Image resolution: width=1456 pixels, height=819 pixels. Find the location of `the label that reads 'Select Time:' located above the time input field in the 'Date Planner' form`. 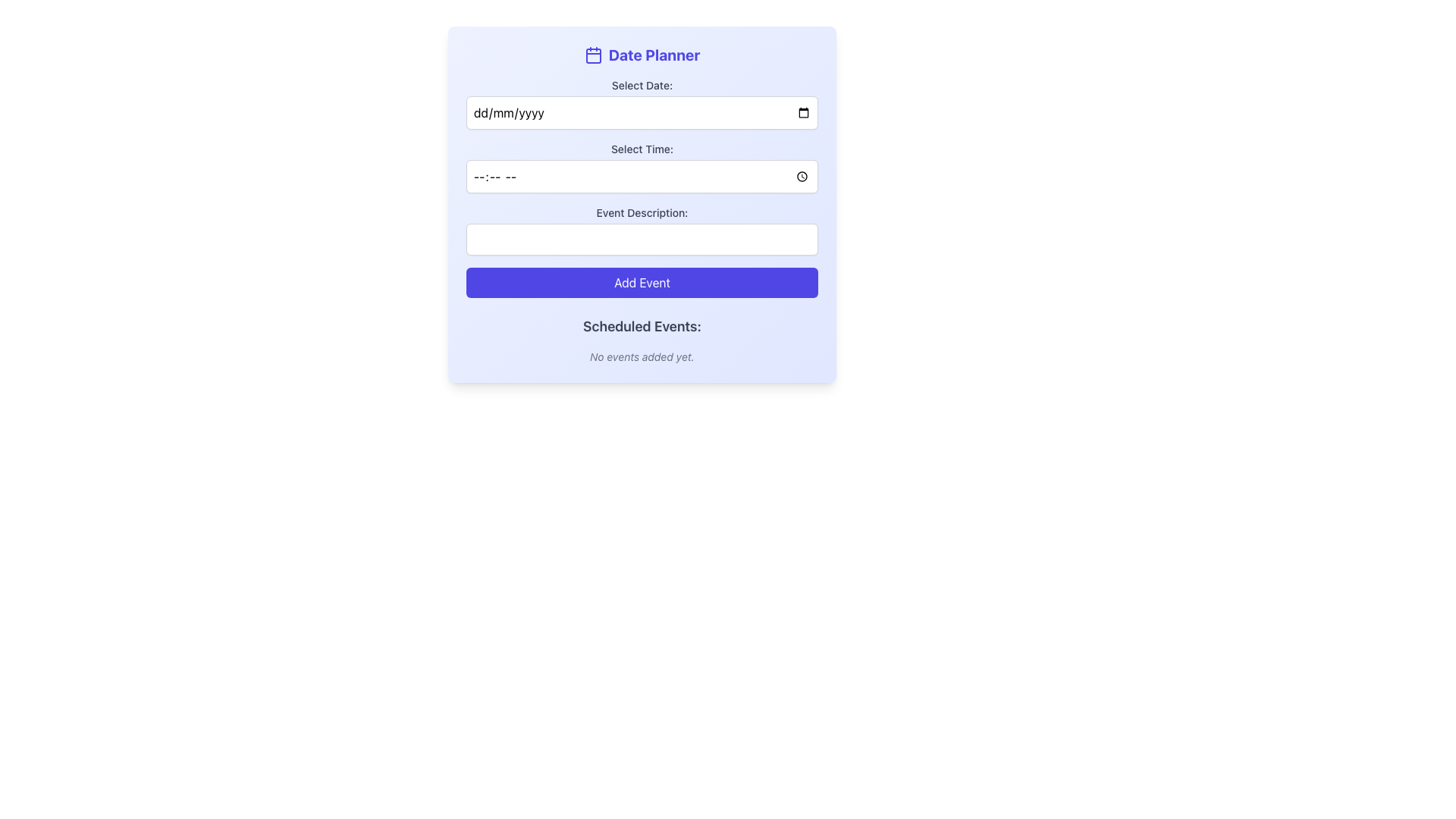

the label that reads 'Select Time:' located above the time input field in the 'Date Planner' form is located at coordinates (642, 149).